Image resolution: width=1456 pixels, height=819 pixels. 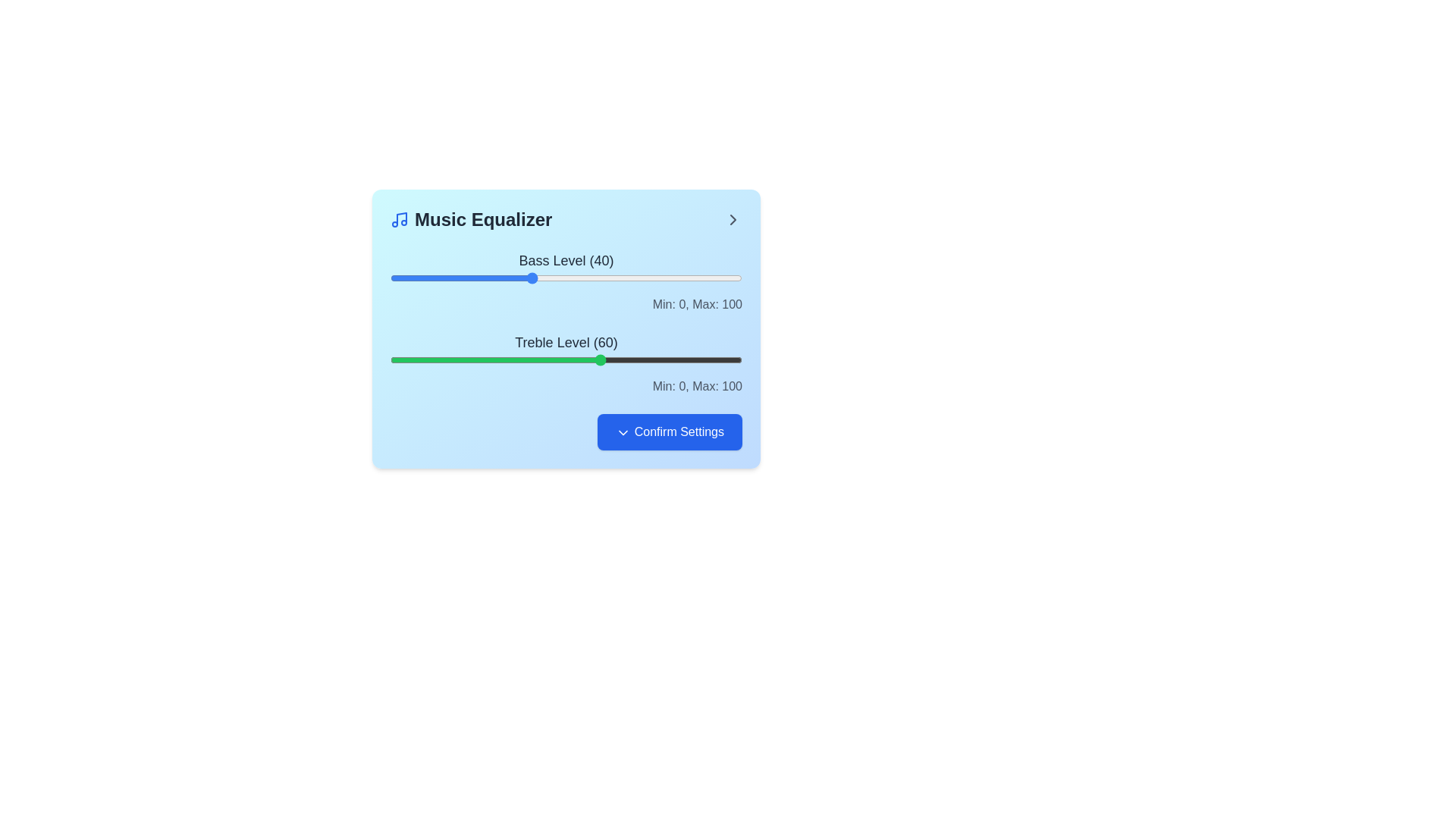 What do you see at coordinates (566, 278) in the screenshot?
I see `the slider handle of the Range input slider, which adjusts the bass level between 0 and 100` at bounding box center [566, 278].